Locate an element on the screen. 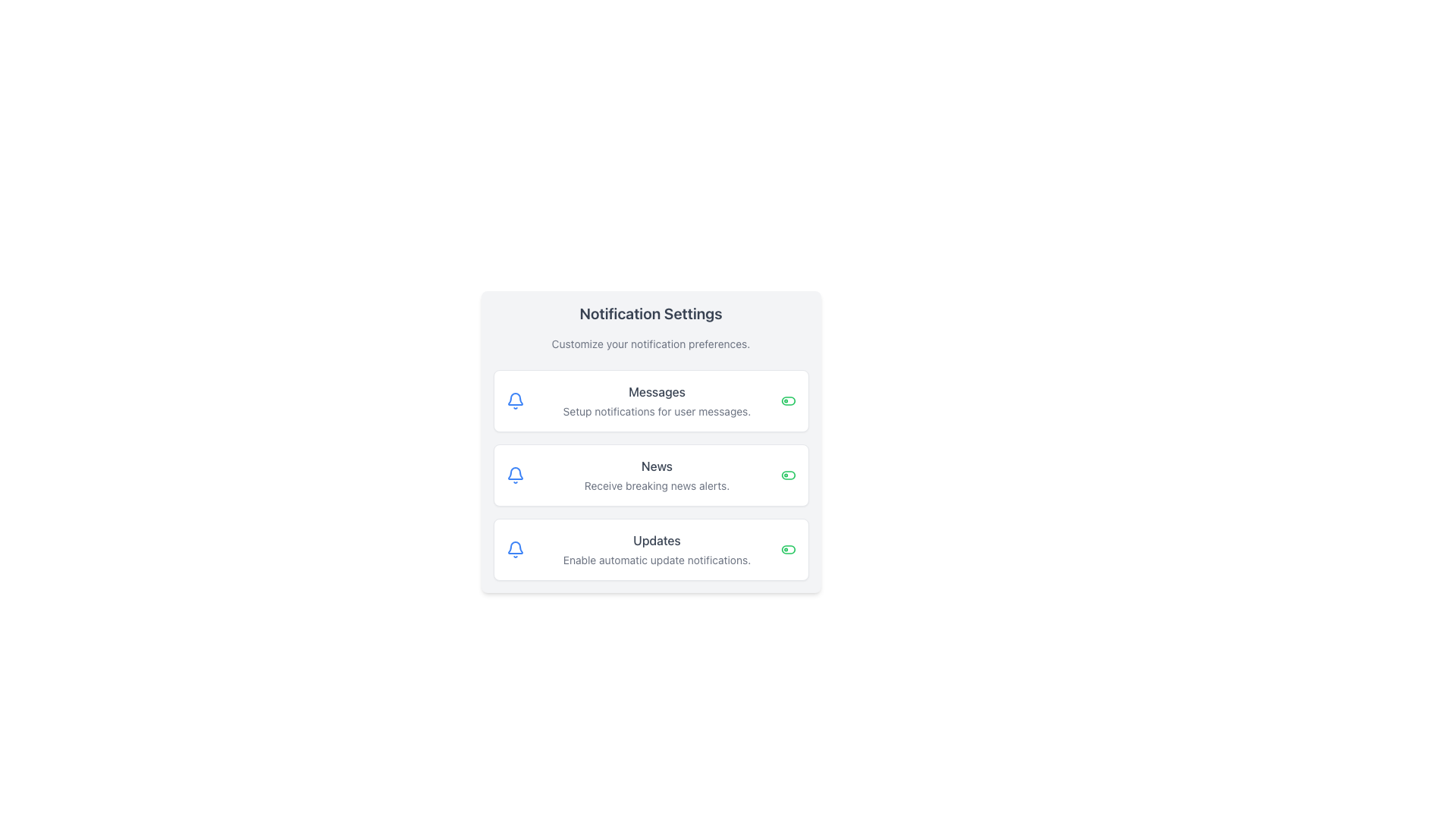 The image size is (1456, 819). the text field that contains the phrase 'Receive breaking news alerts.' located below the 'News' heading in the notification setup card is located at coordinates (657, 485).